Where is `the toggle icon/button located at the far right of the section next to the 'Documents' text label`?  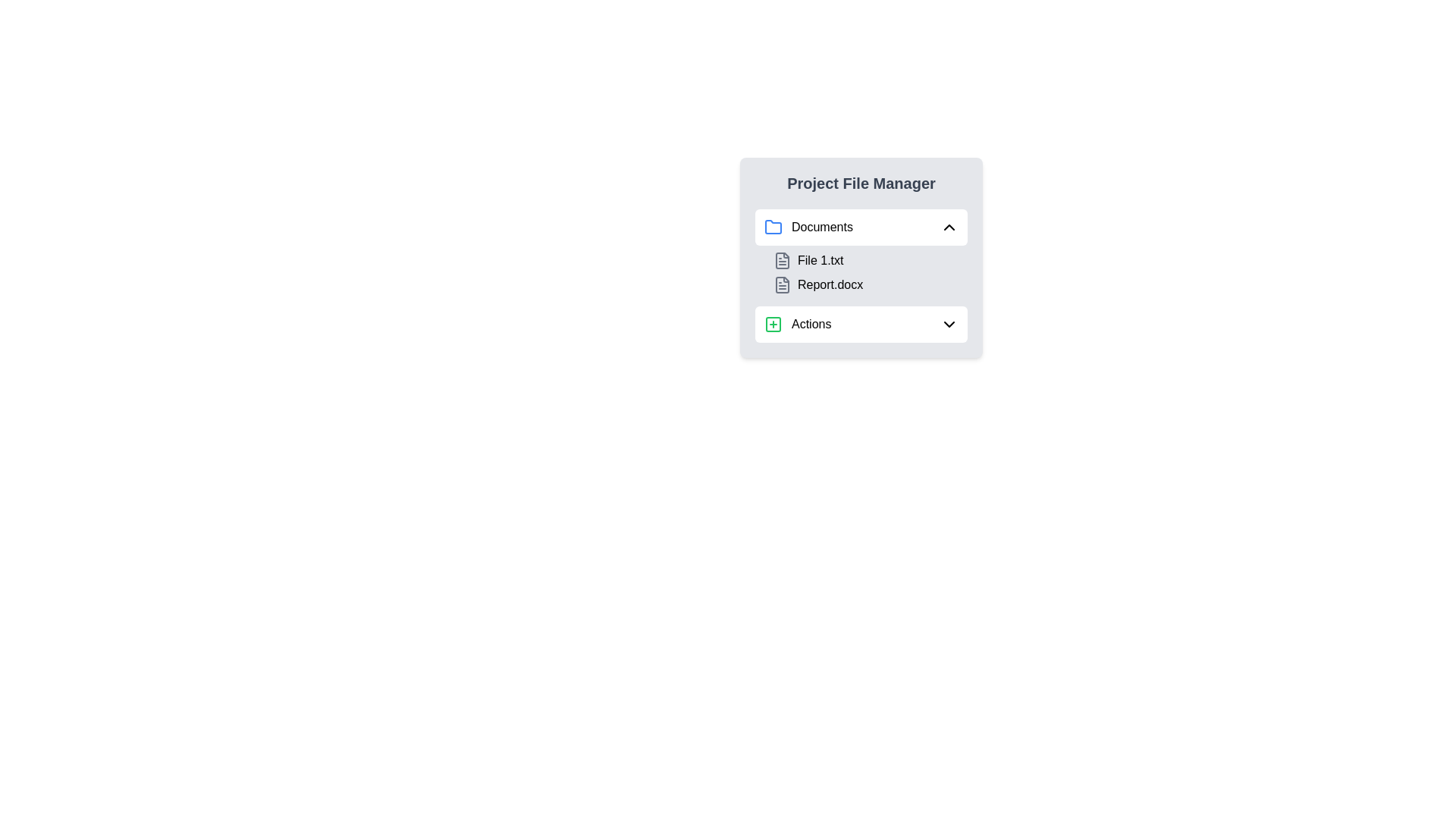 the toggle icon/button located at the far right of the section next to the 'Documents' text label is located at coordinates (949, 227).